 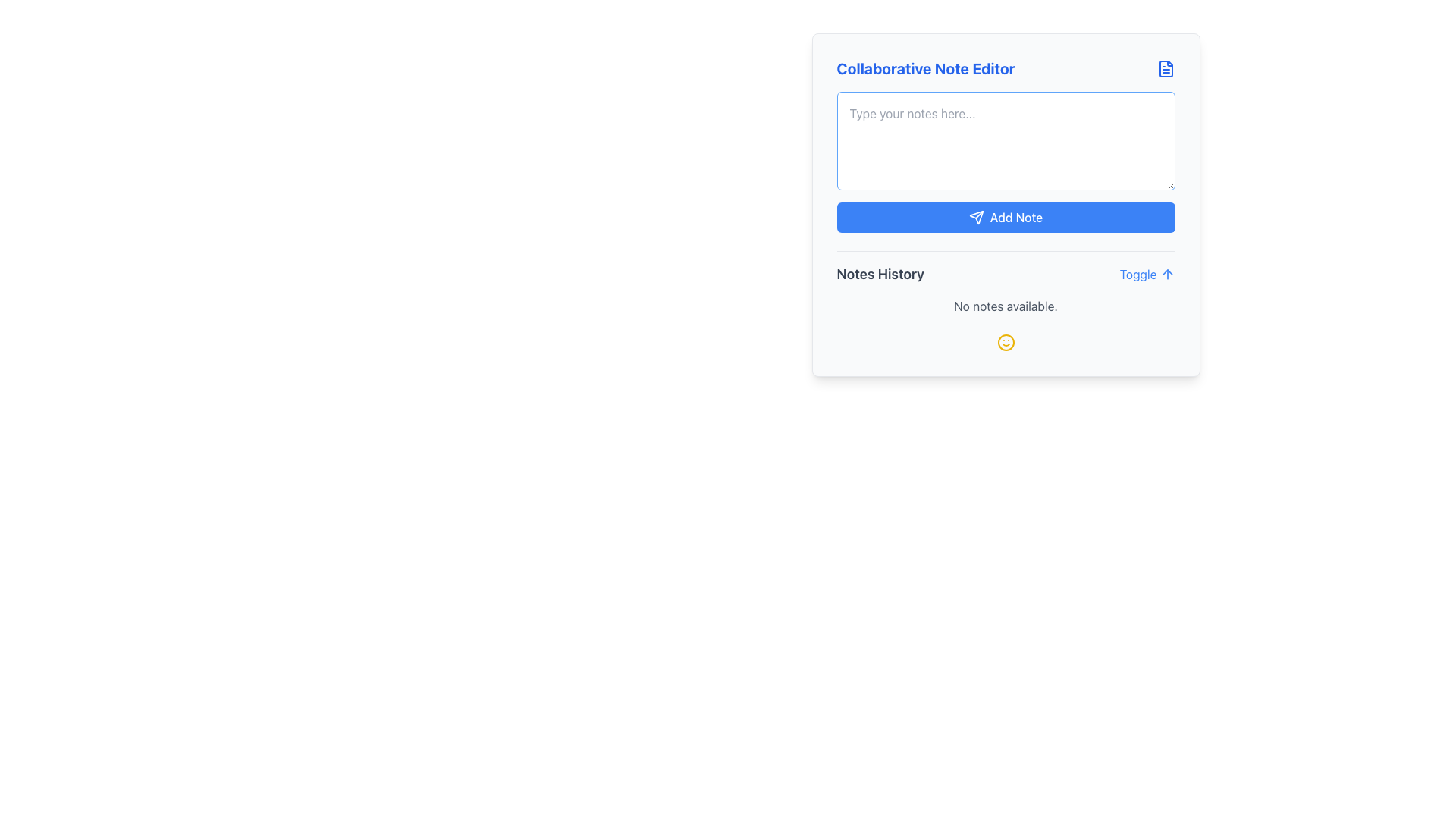 I want to click on the central circular shape within the smiley face icon located at the bottom center of the 'Notes History' section, so click(x=1006, y=342).